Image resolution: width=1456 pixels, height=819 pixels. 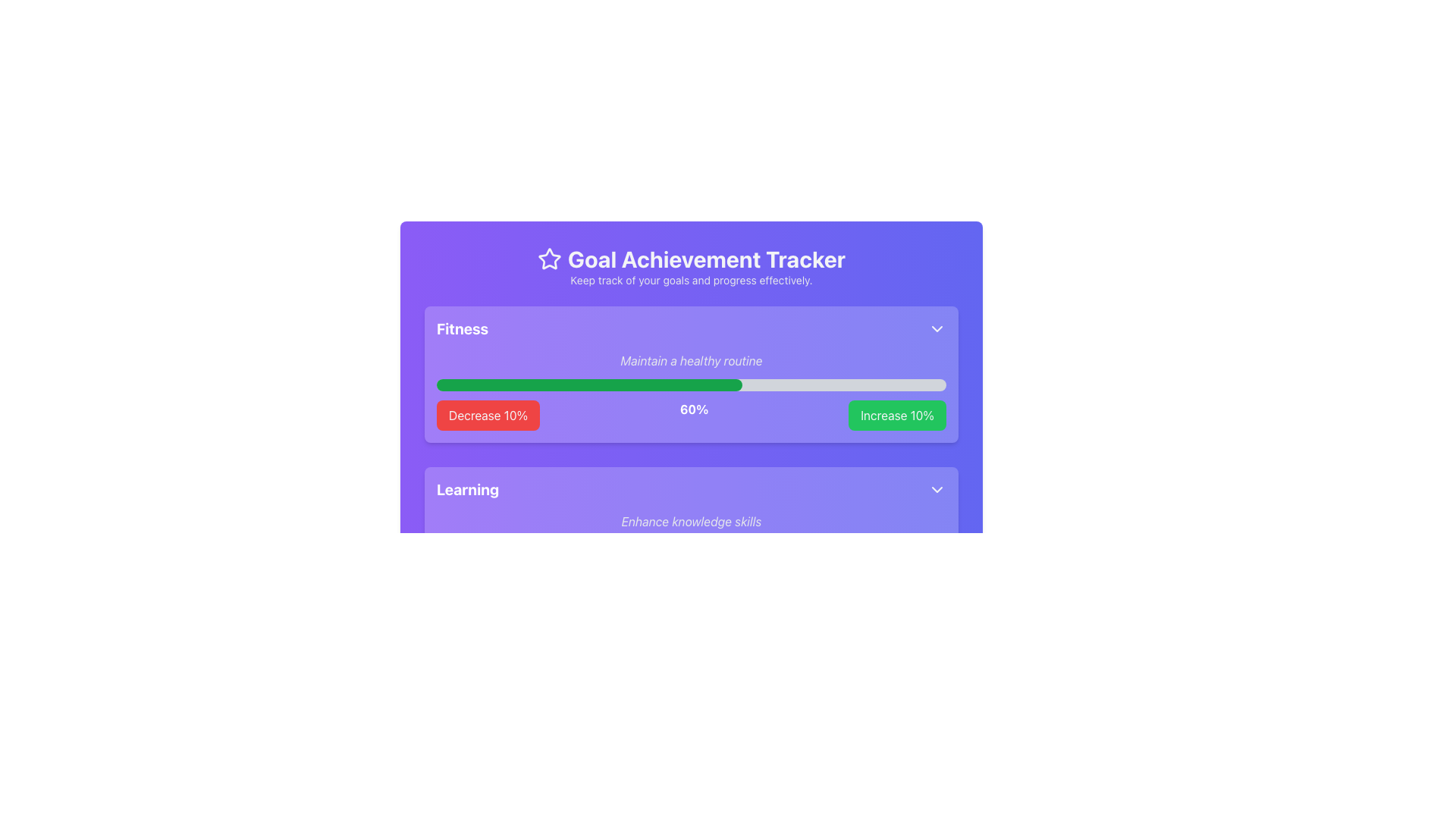 What do you see at coordinates (937, 489) in the screenshot?
I see `the Dropdown indicator icon located` at bounding box center [937, 489].